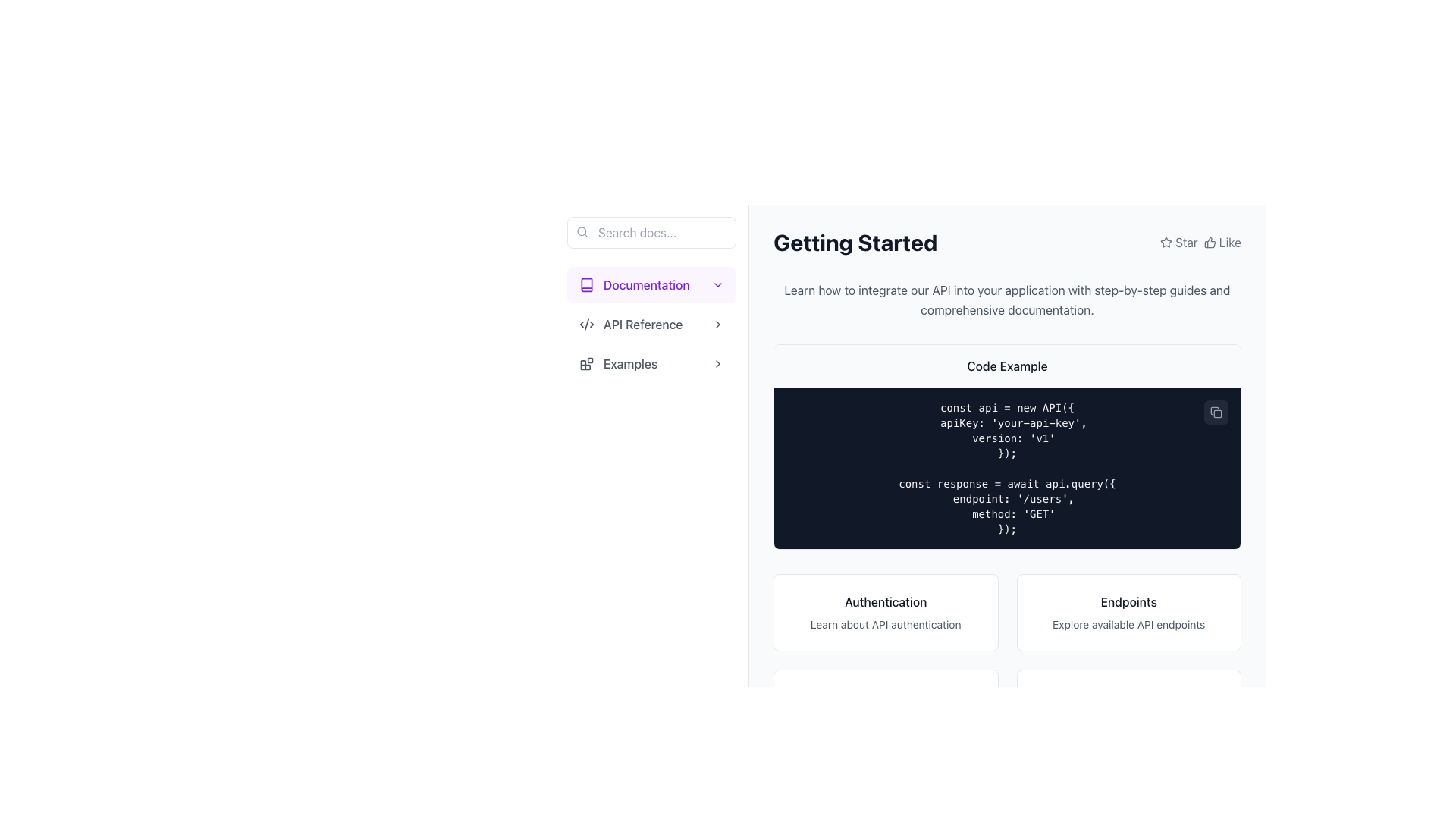 Image resolution: width=1456 pixels, height=819 pixels. I want to click on instructional paragraph text located directly underneath the 'Getting Started' heading in the right-hand section of the interface, positioned before the 'Code Example' box, so click(1007, 300).